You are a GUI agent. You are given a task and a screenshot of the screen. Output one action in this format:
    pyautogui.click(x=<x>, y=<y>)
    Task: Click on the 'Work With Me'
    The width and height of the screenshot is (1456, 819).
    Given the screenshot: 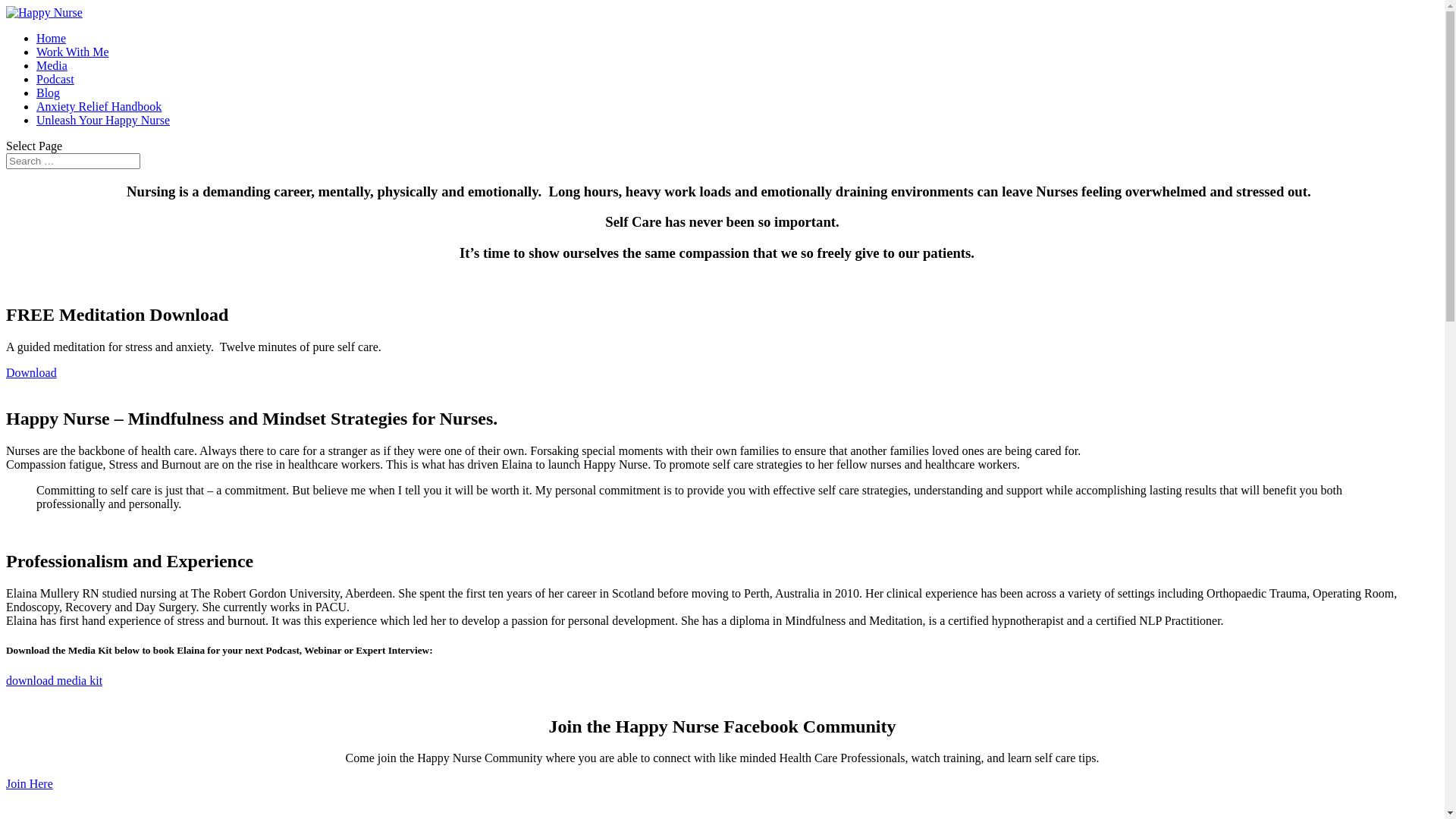 What is the action you would take?
    pyautogui.click(x=72, y=51)
    